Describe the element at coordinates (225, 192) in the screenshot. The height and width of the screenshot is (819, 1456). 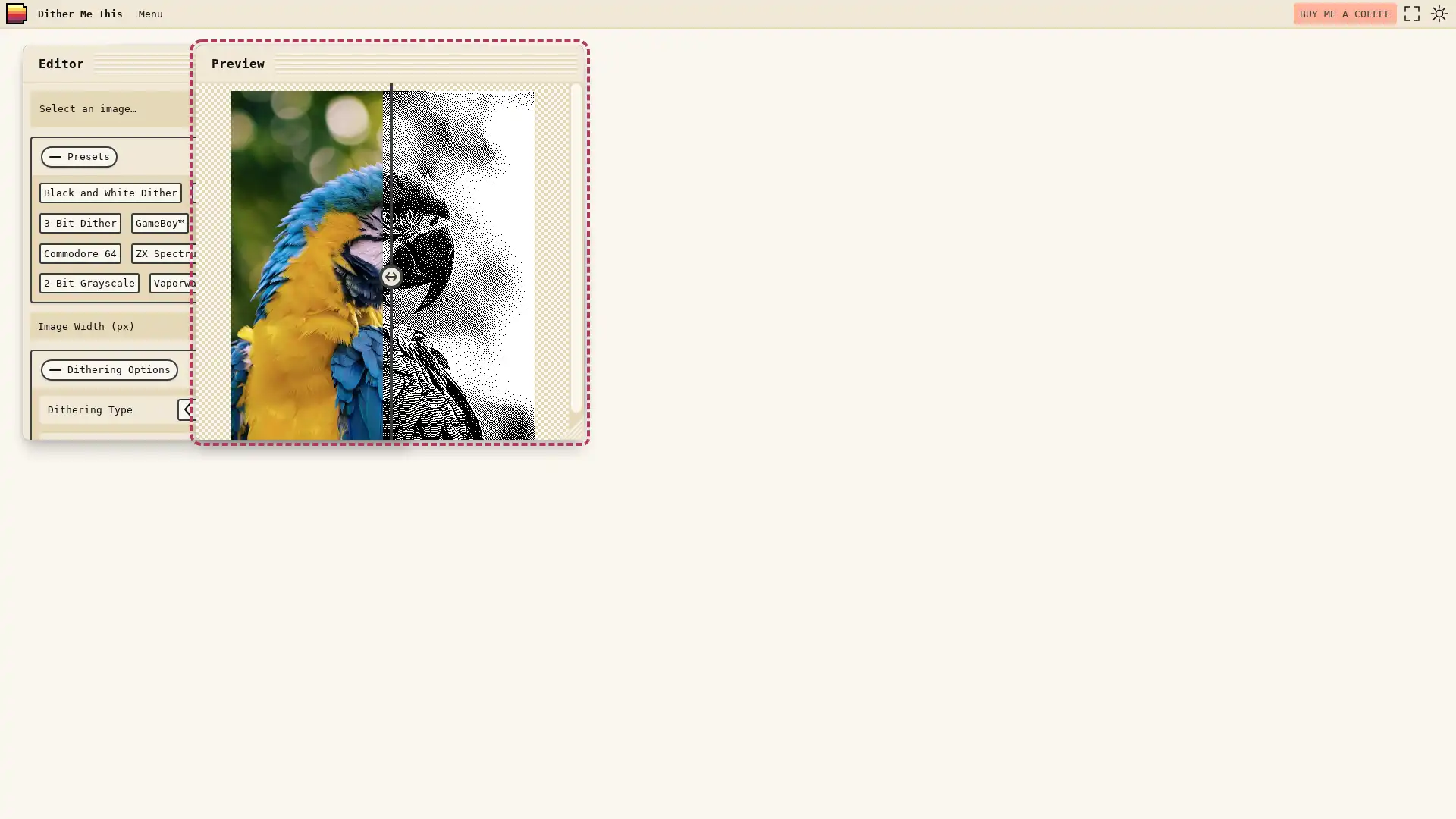
I see `RGB Dither` at that location.